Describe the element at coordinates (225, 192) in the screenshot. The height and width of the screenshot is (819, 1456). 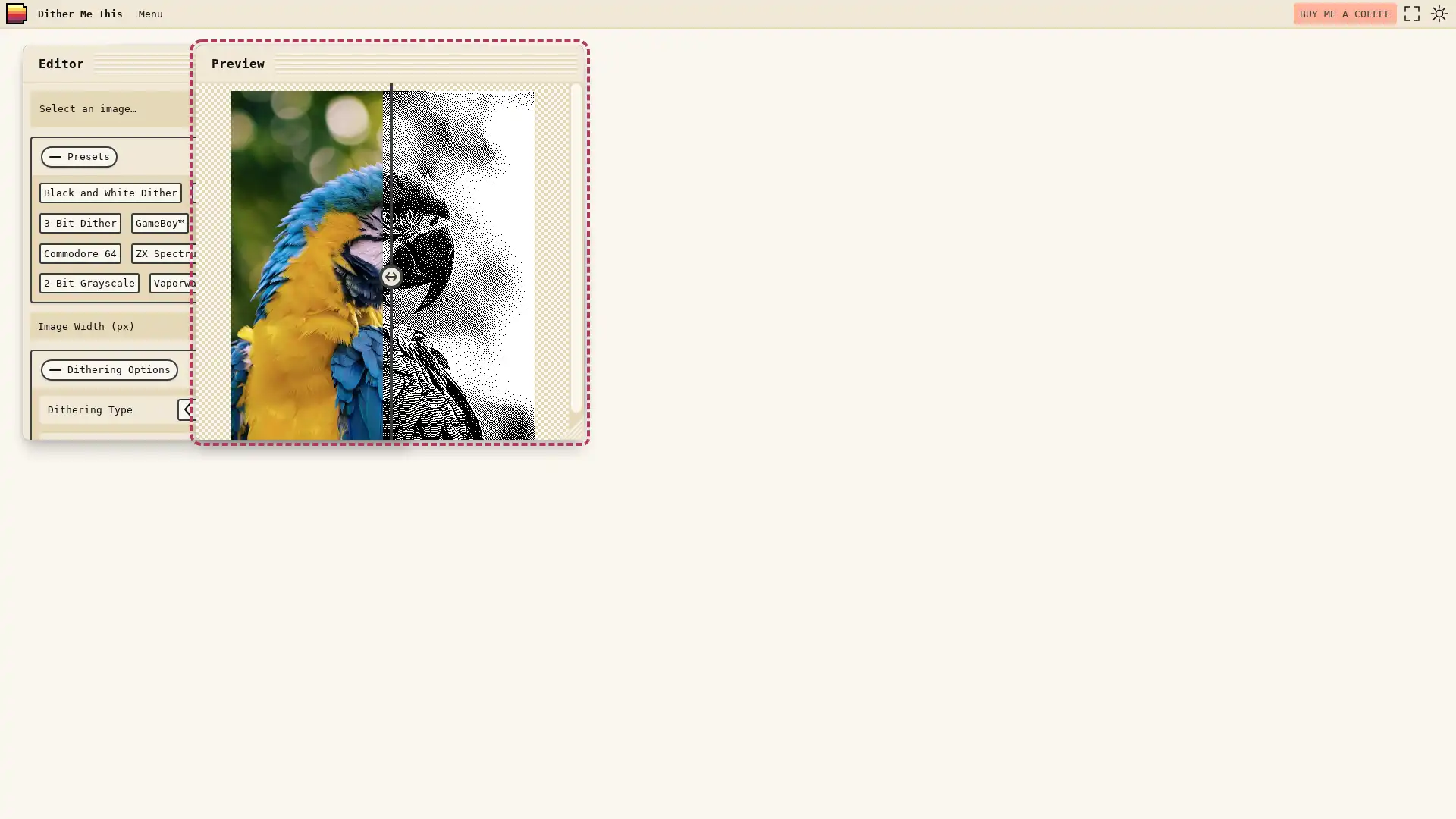
I see `RGB Dither` at that location.